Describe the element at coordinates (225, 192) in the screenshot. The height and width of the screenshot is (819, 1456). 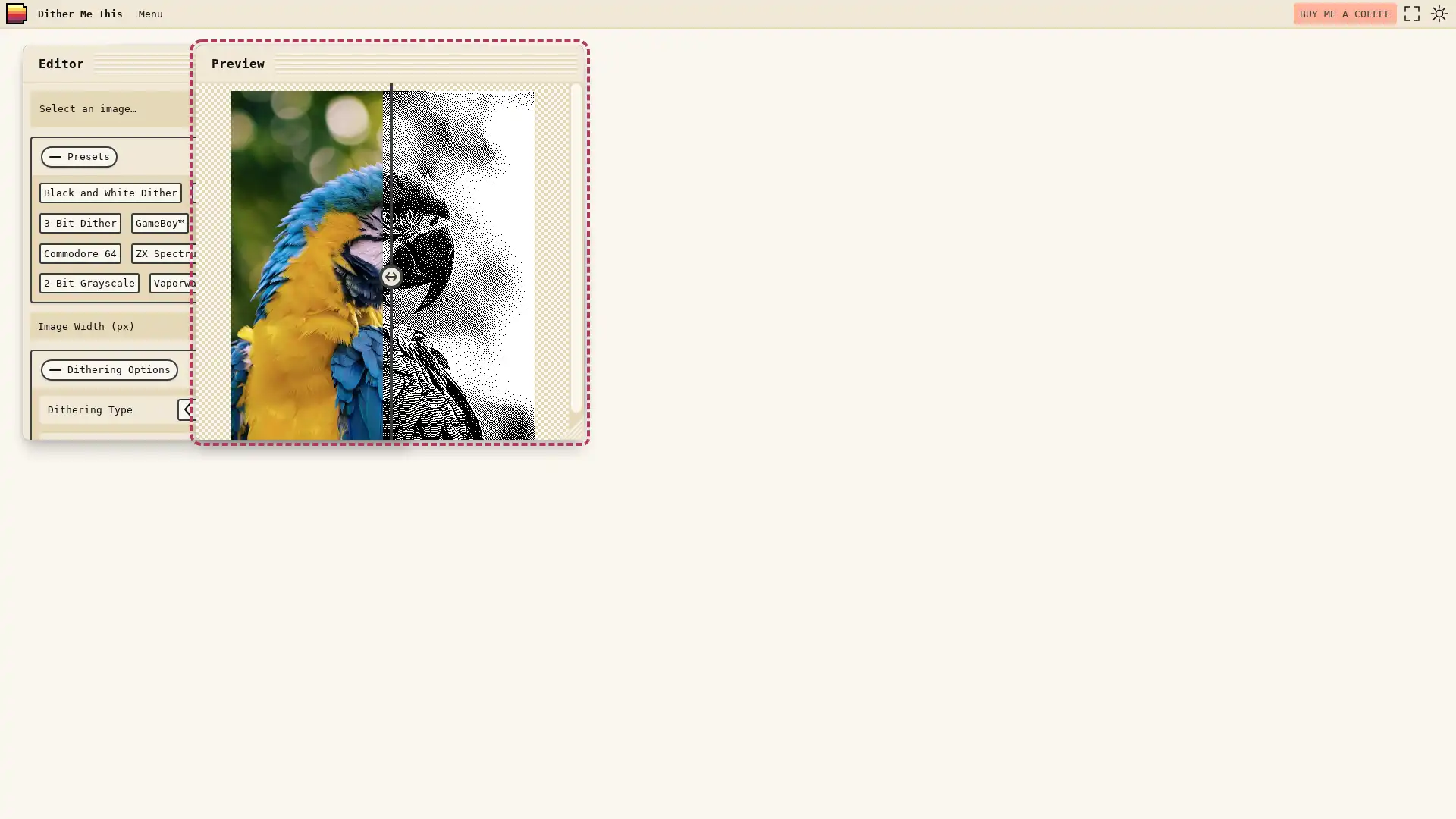
I see `RGB Dither` at that location.